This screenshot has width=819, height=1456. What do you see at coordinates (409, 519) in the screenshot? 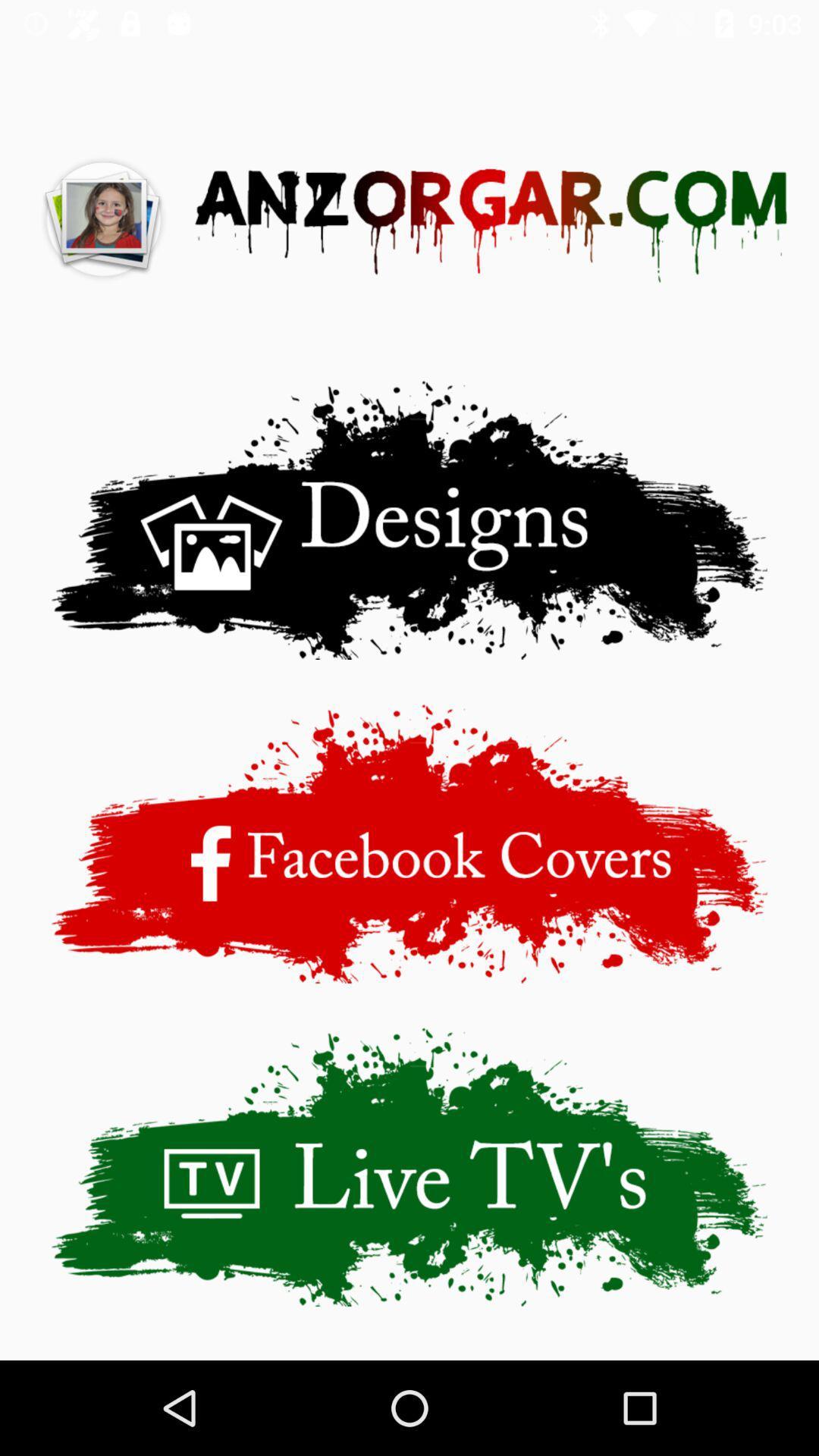
I see `the app designs` at bounding box center [409, 519].